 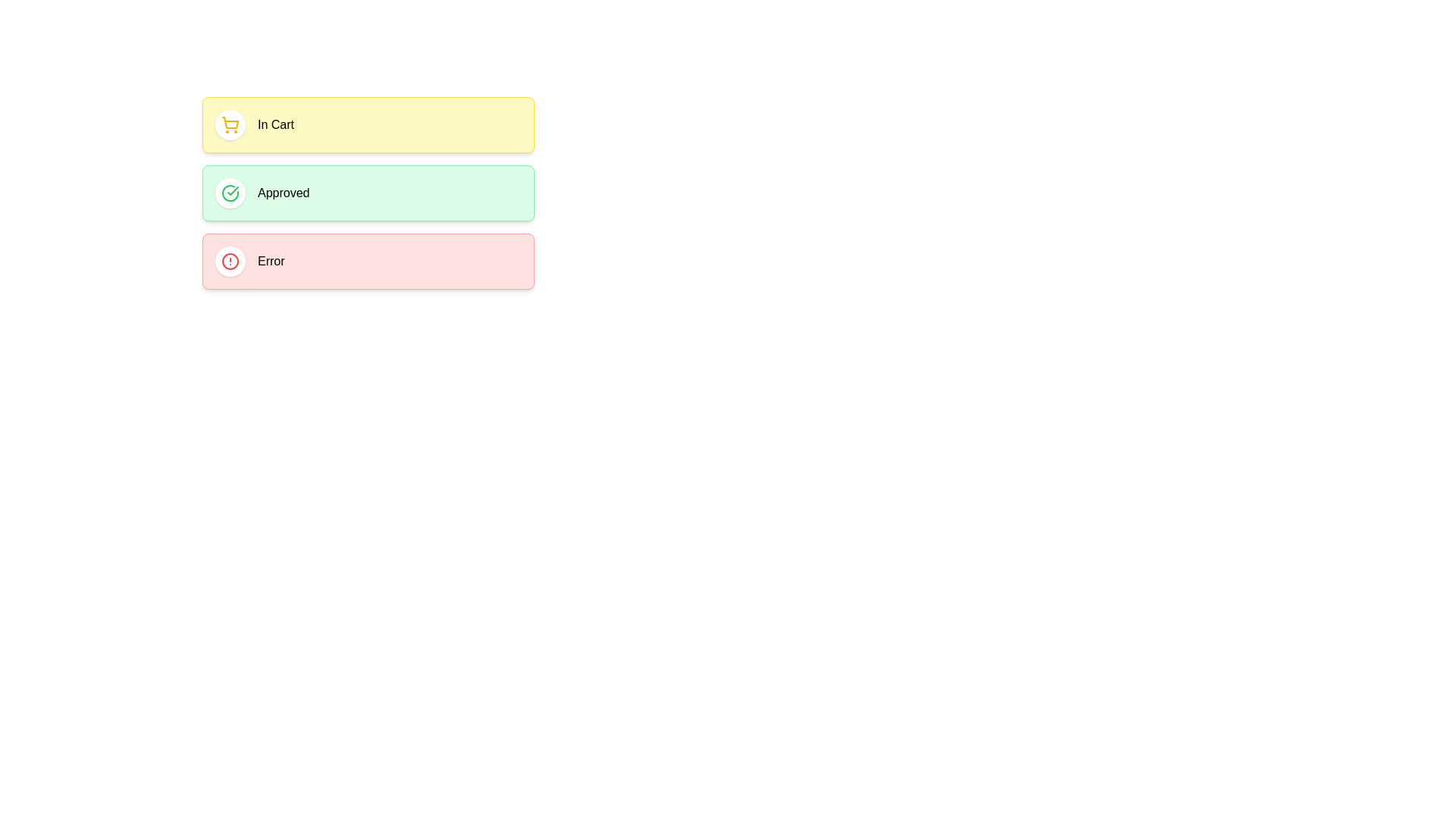 I want to click on the error icon located to the left of the 'Error' label in the last row of the vertical stack of labeled items, so click(x=229, y=260).